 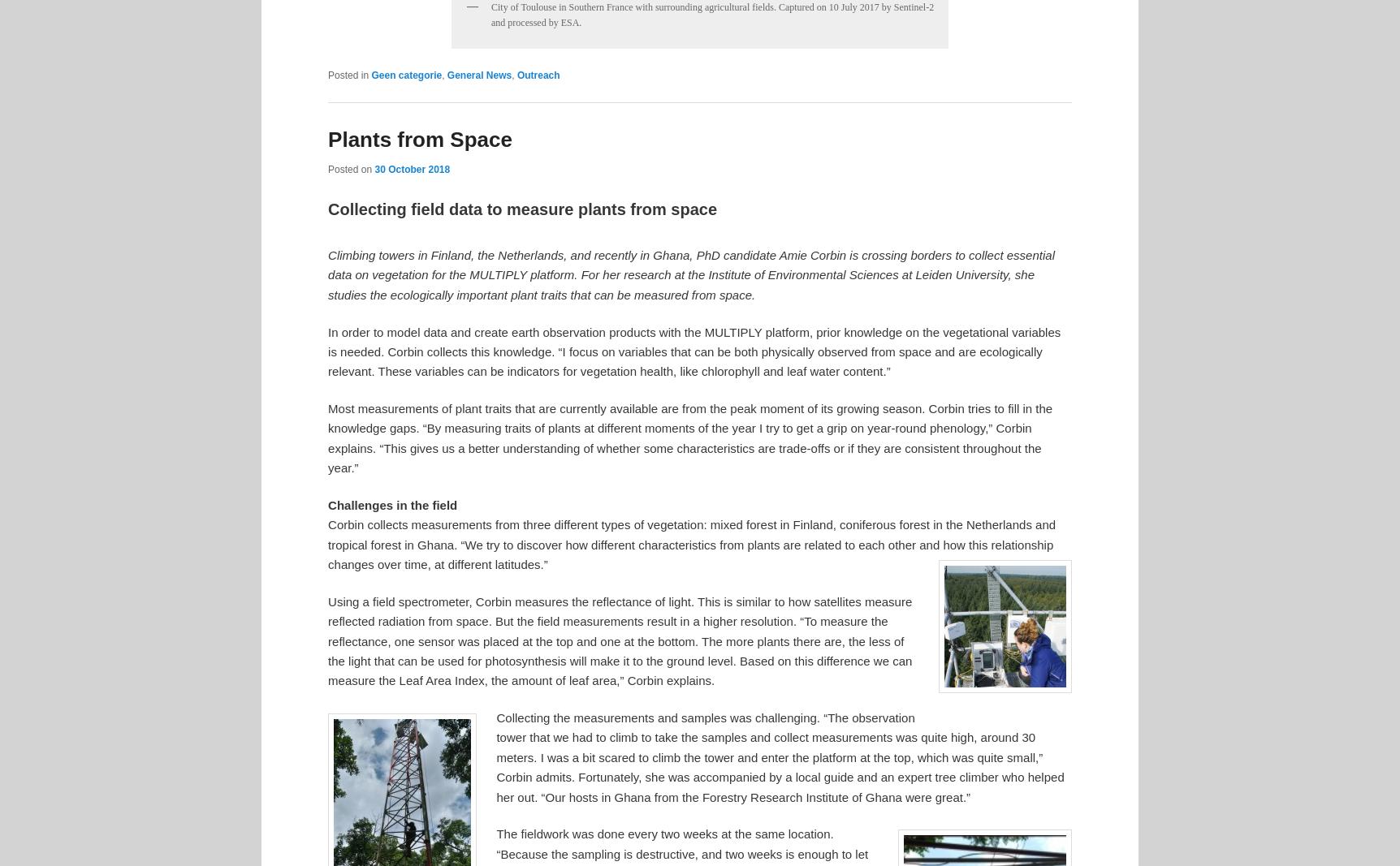 I want to click on 'Collecting field data to measure plants from space', so click(x=522, y=209).